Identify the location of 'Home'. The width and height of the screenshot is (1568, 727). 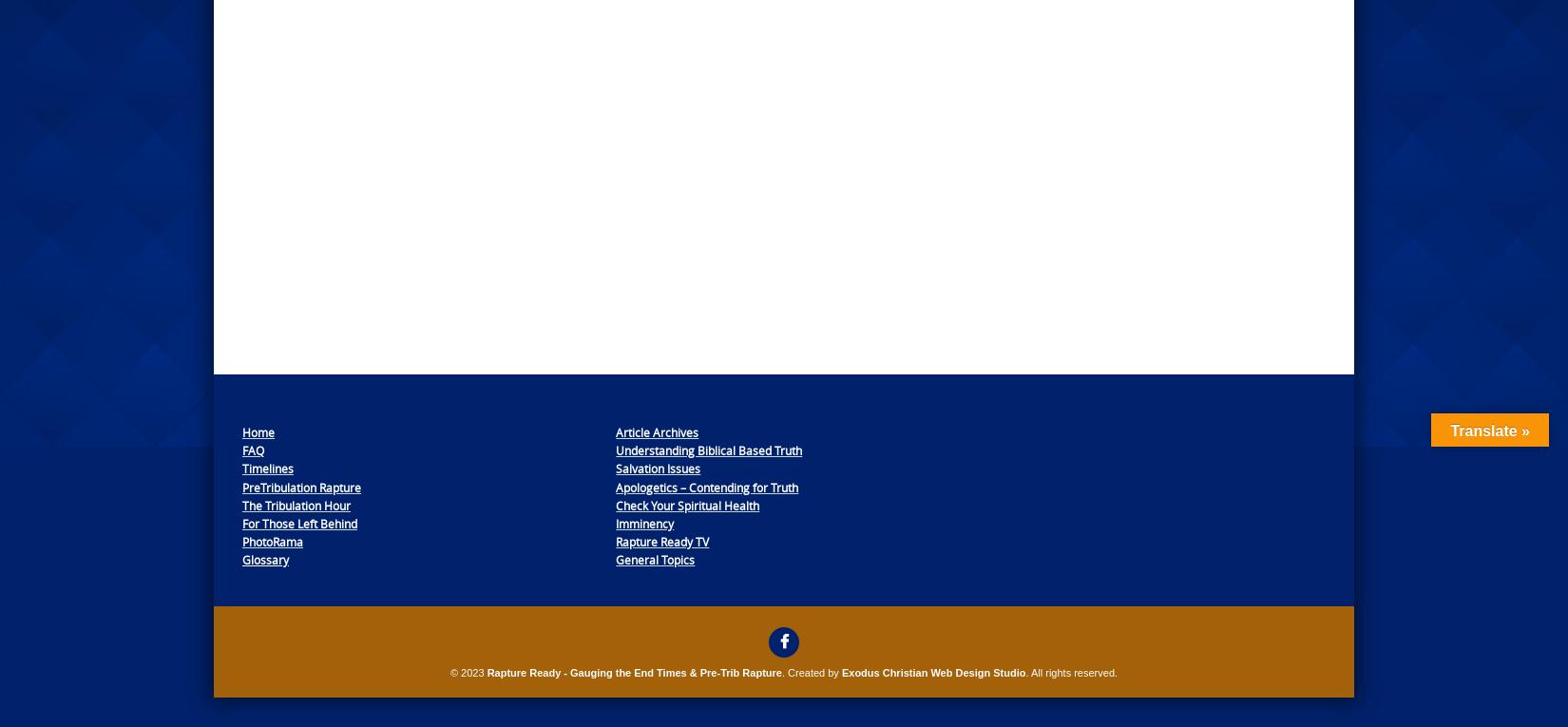
(258, 431).